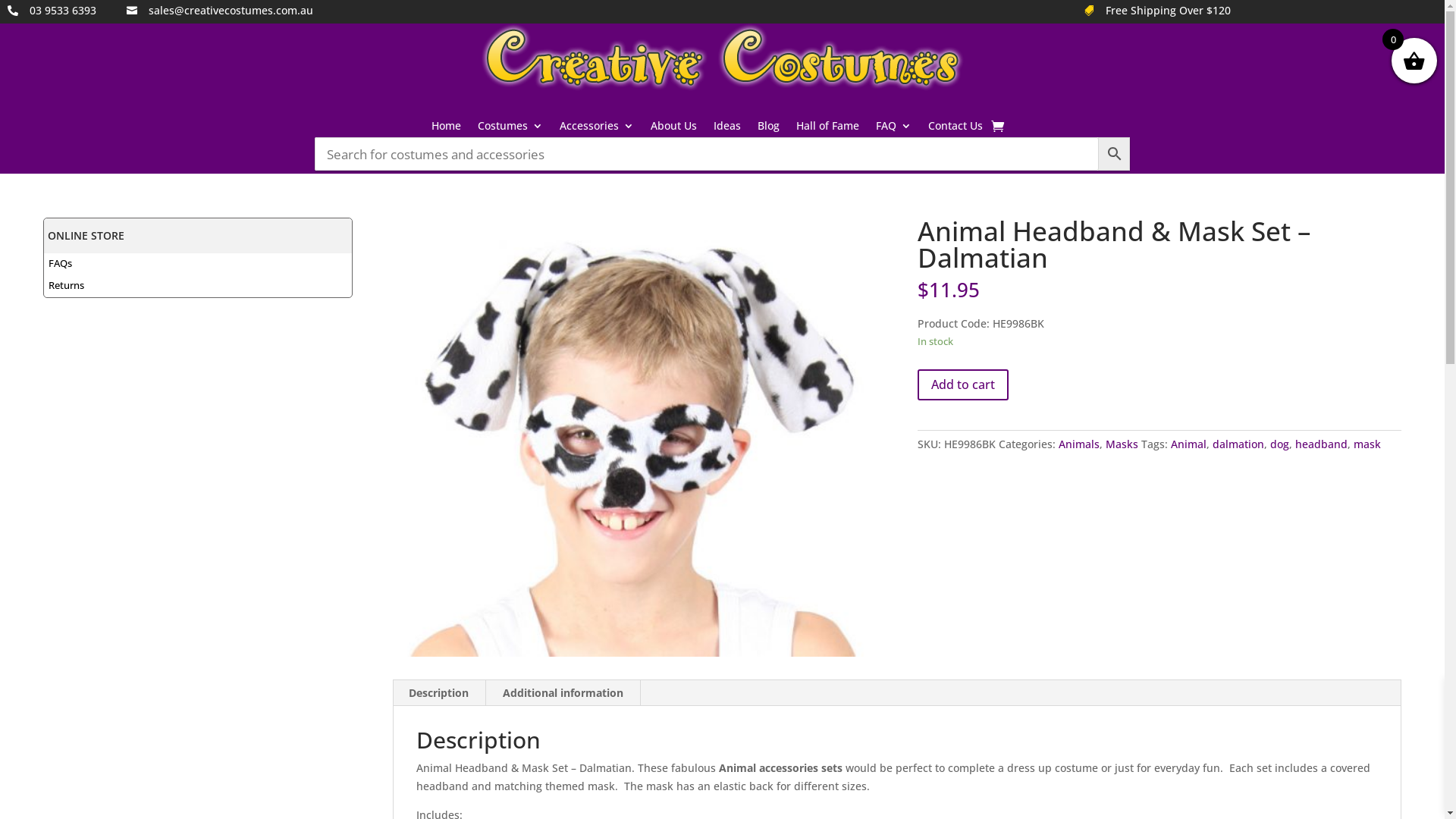 The height and width of the screenshot is (819, 1456). Describe the element at coordinates (1279, 444) in the screenshot. I see `'dog'` at that location.